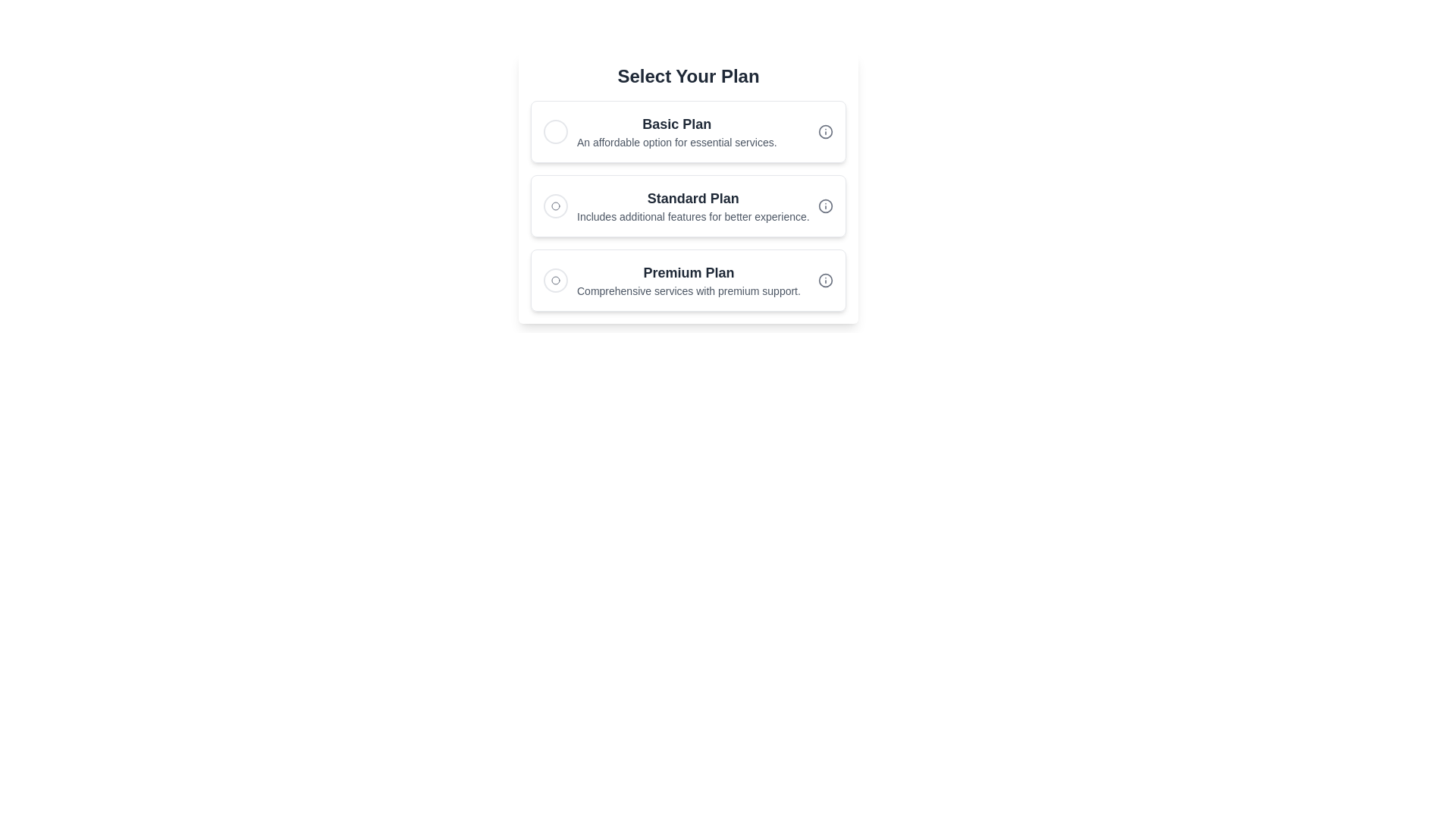 The width and height of the screenshot is (1456, 819). What do you see at coordinates (825, 206) in the screenshot?
I see `the decorative Circle graphic within the SVG element located next to the 'Standard Plan' option` at bounding box center [825, 206].